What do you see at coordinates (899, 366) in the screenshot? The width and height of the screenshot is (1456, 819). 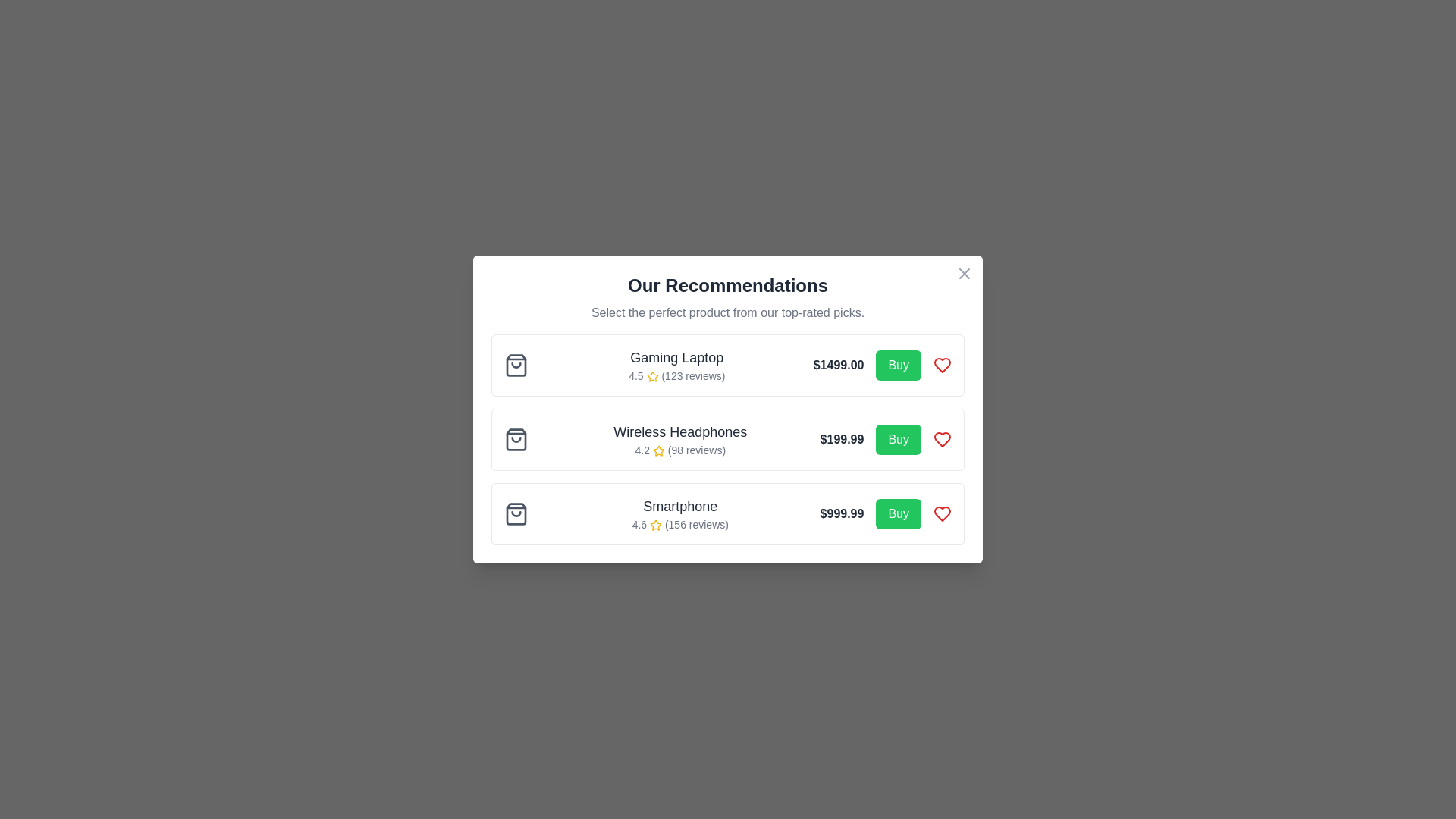 I see `the vibrant green 'Buy' button located to the right of the price label '$1499.00' for the gaming laptop to trigger hover effects` at bounding box center [899, 366].